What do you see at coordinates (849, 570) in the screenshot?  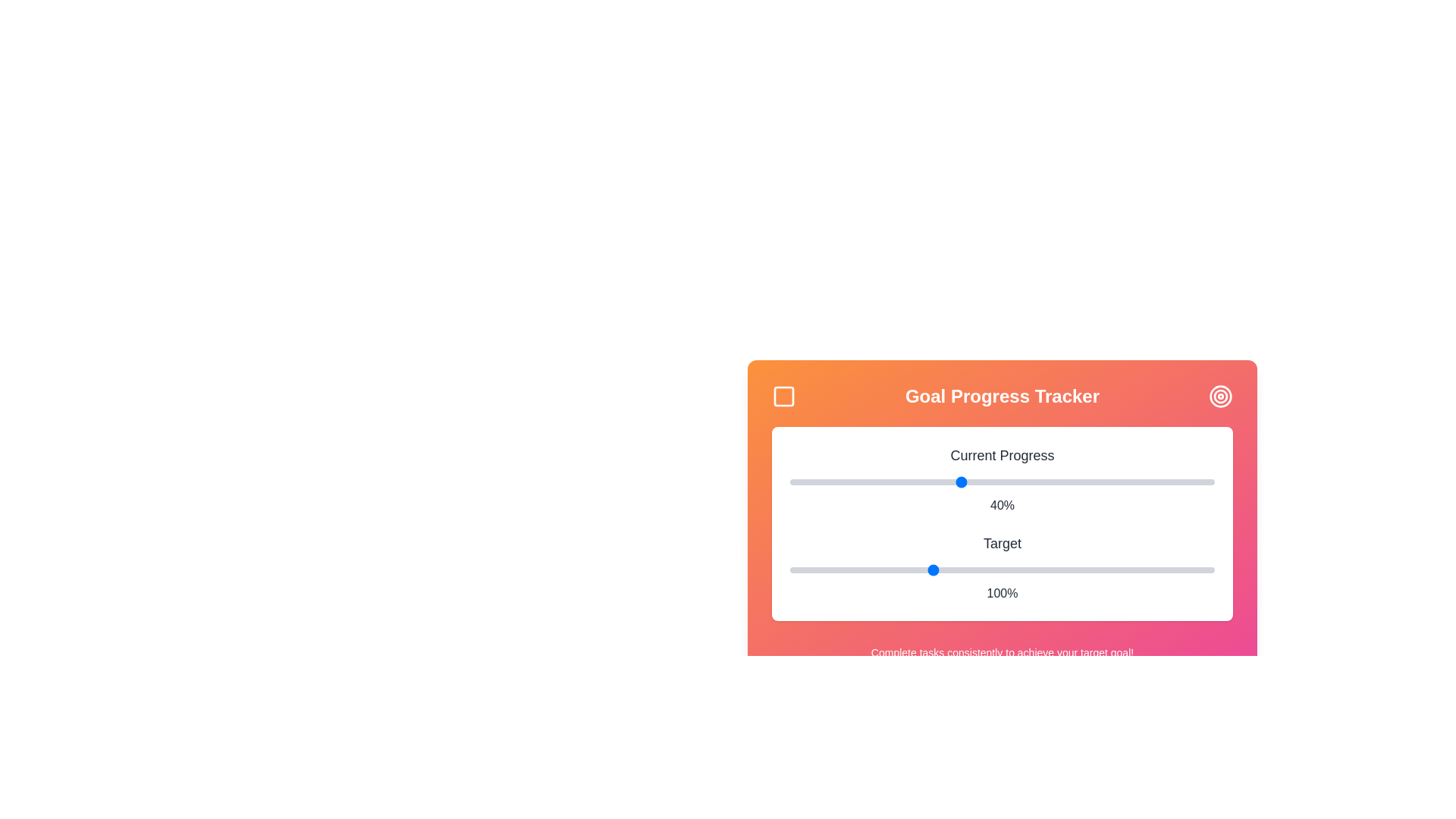 I see `the 'Target' slider to set its value to 71` at bounding box center [849, 570].